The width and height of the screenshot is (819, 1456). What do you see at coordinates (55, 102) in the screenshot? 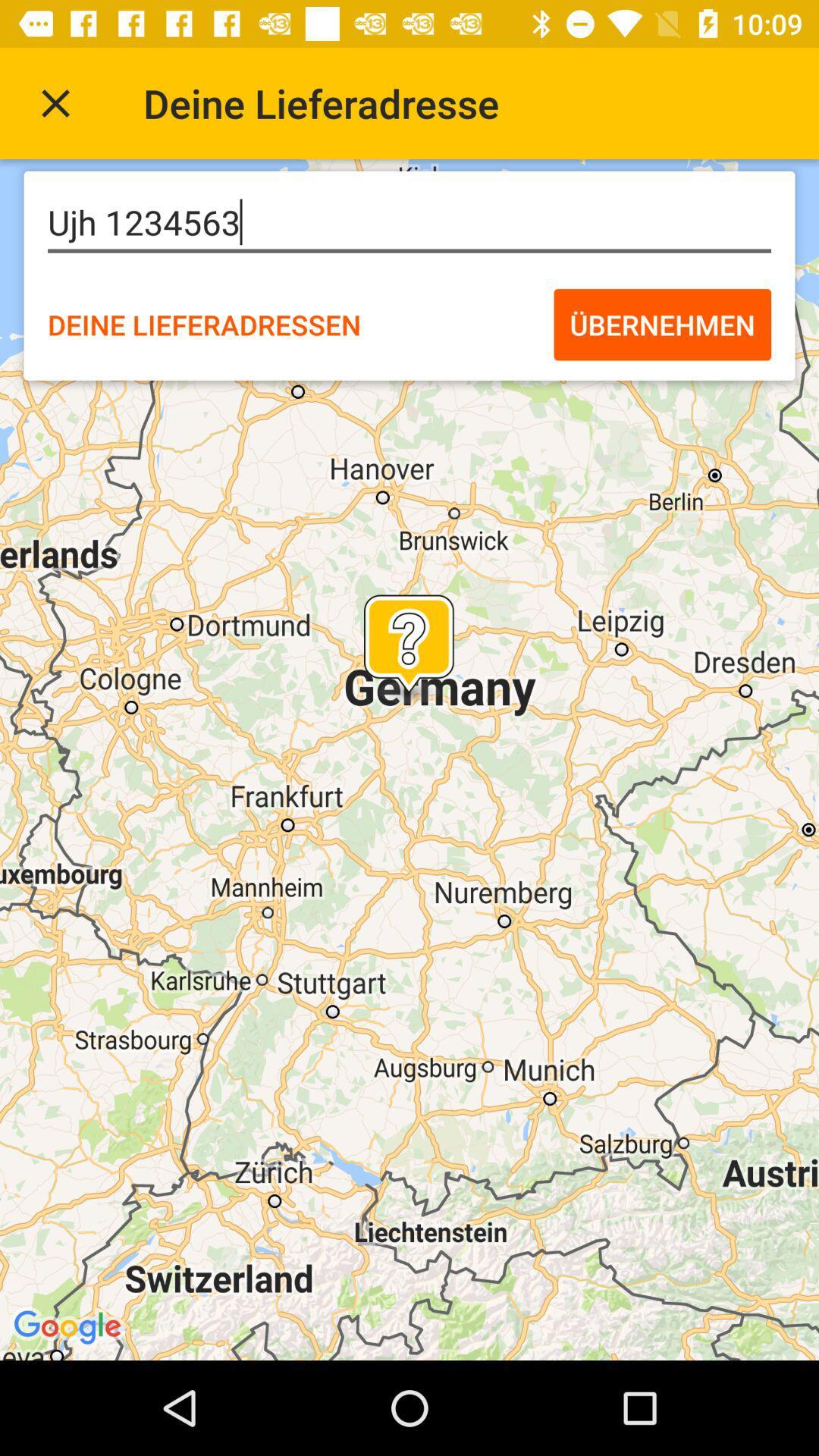
I see `exit the current search` at bounding box center [55, 102].